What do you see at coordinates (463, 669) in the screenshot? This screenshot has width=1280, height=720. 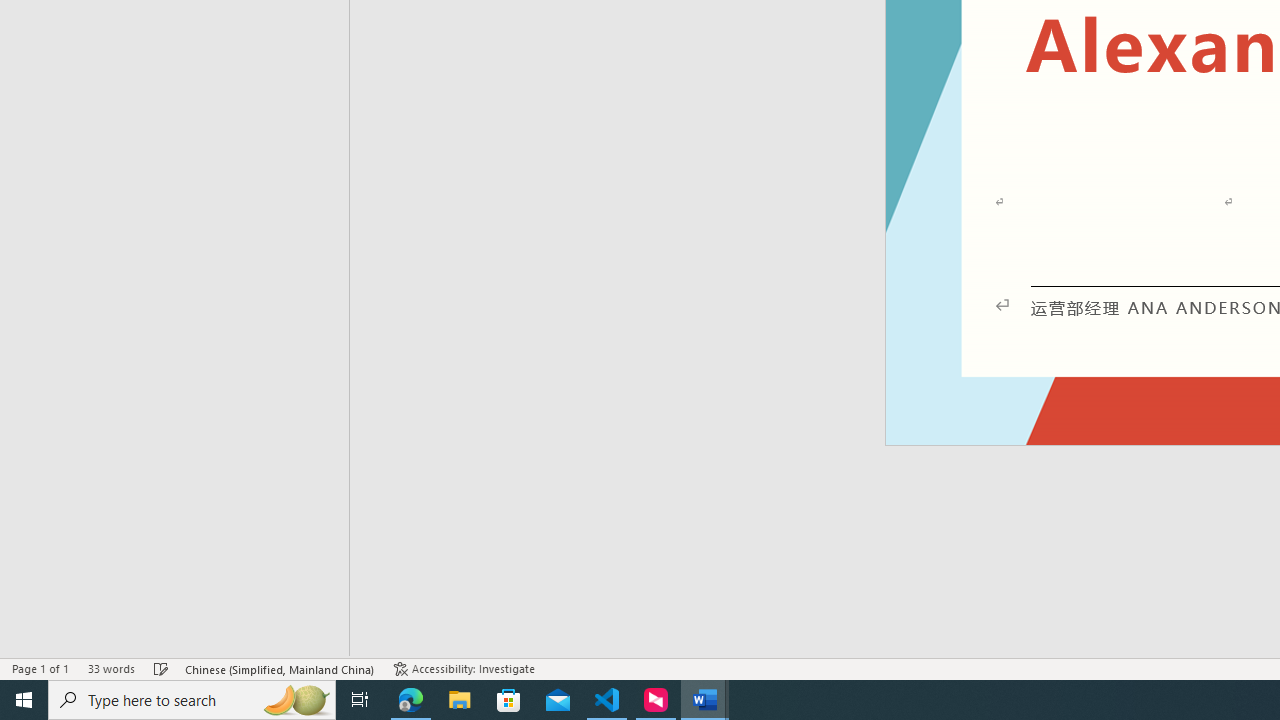 I see `'Accessibility Checker Accessibility: Investigate'` at bounding box center [463, 669].